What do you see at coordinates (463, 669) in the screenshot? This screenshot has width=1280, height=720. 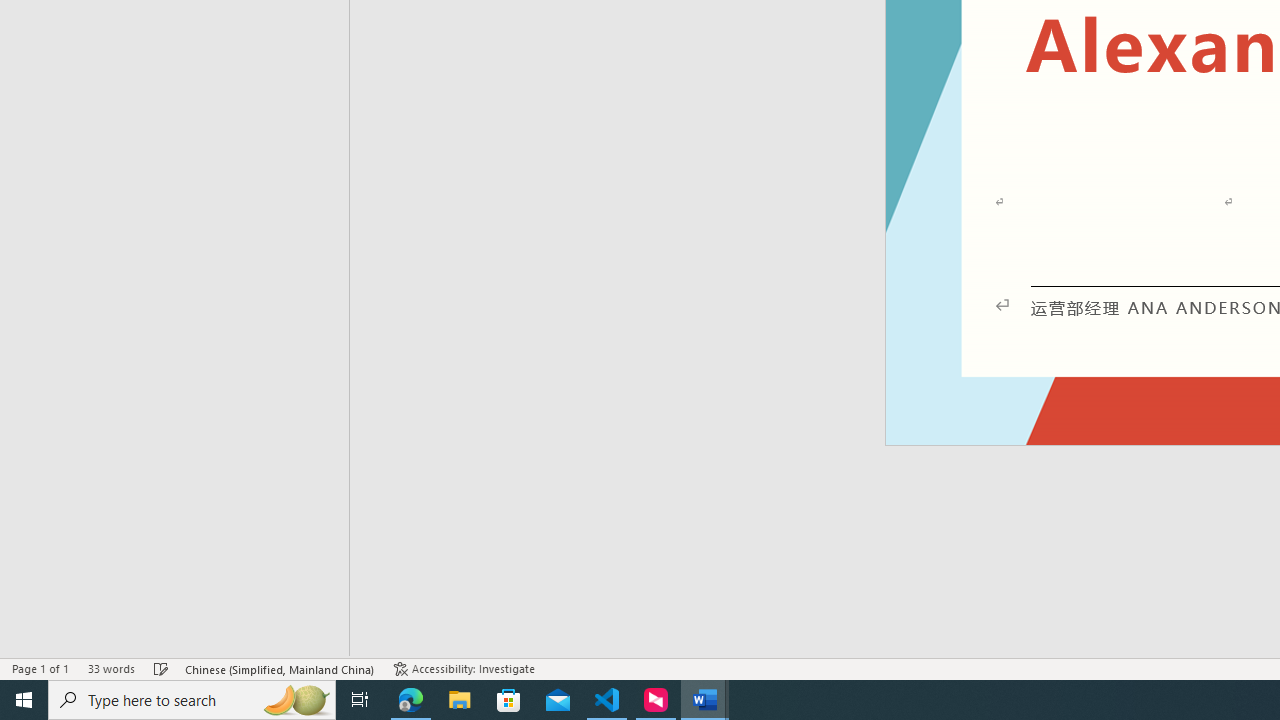 I see `'Accessibility Checker Accessibility: Investigate'` at bounding box center [463, 669].